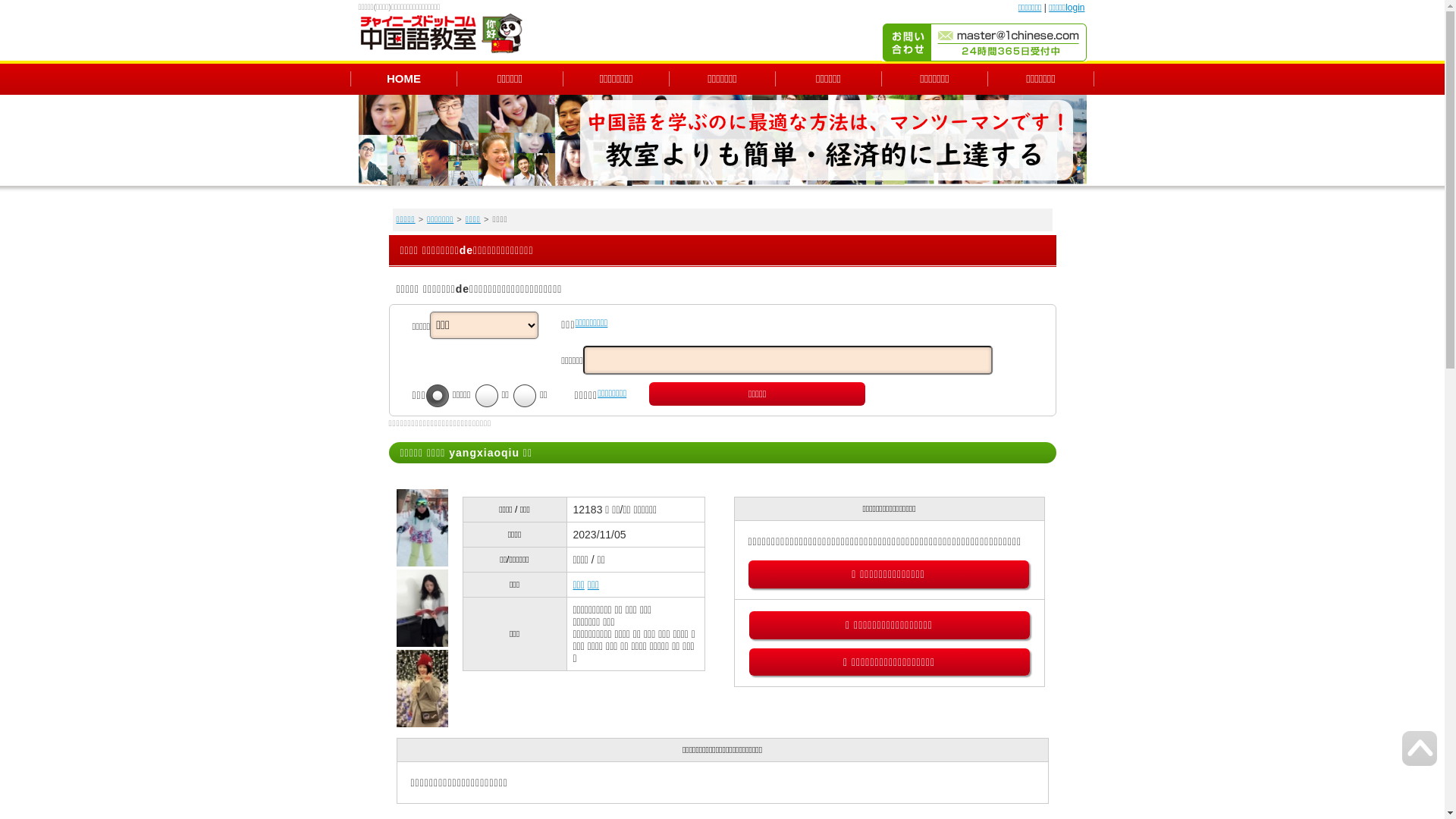 Image resolution: width=1456 pixels, height=819 pixels. Describe the element at coordinates (403, 77) in the screenshot. I see `'HOME'` at that location.